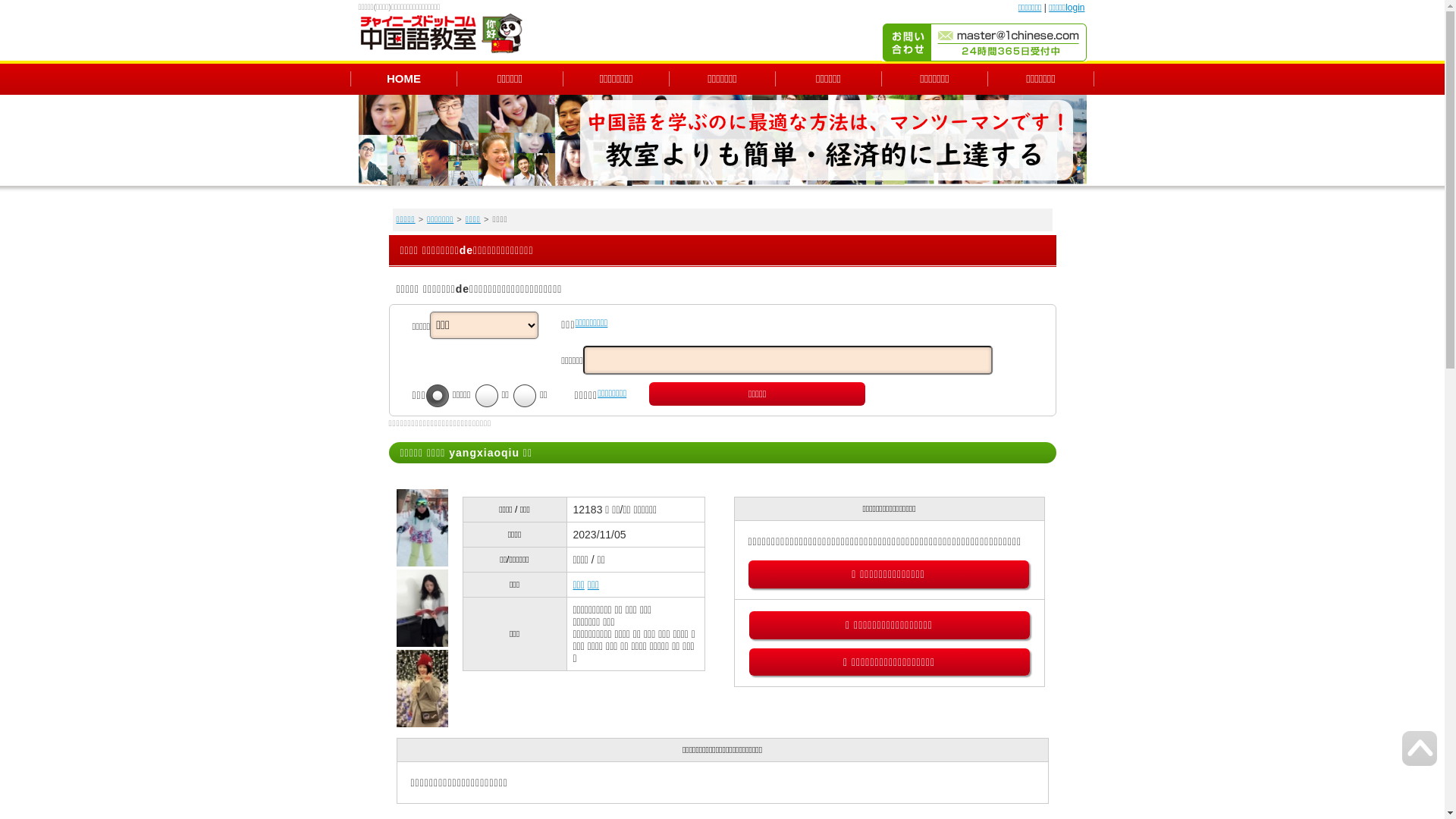 Image resolution: width=1456 pixels, height=819 pixels. Describe the element at coordinates (403, 77) in the screenshot. I see `'HOME'` at that location.